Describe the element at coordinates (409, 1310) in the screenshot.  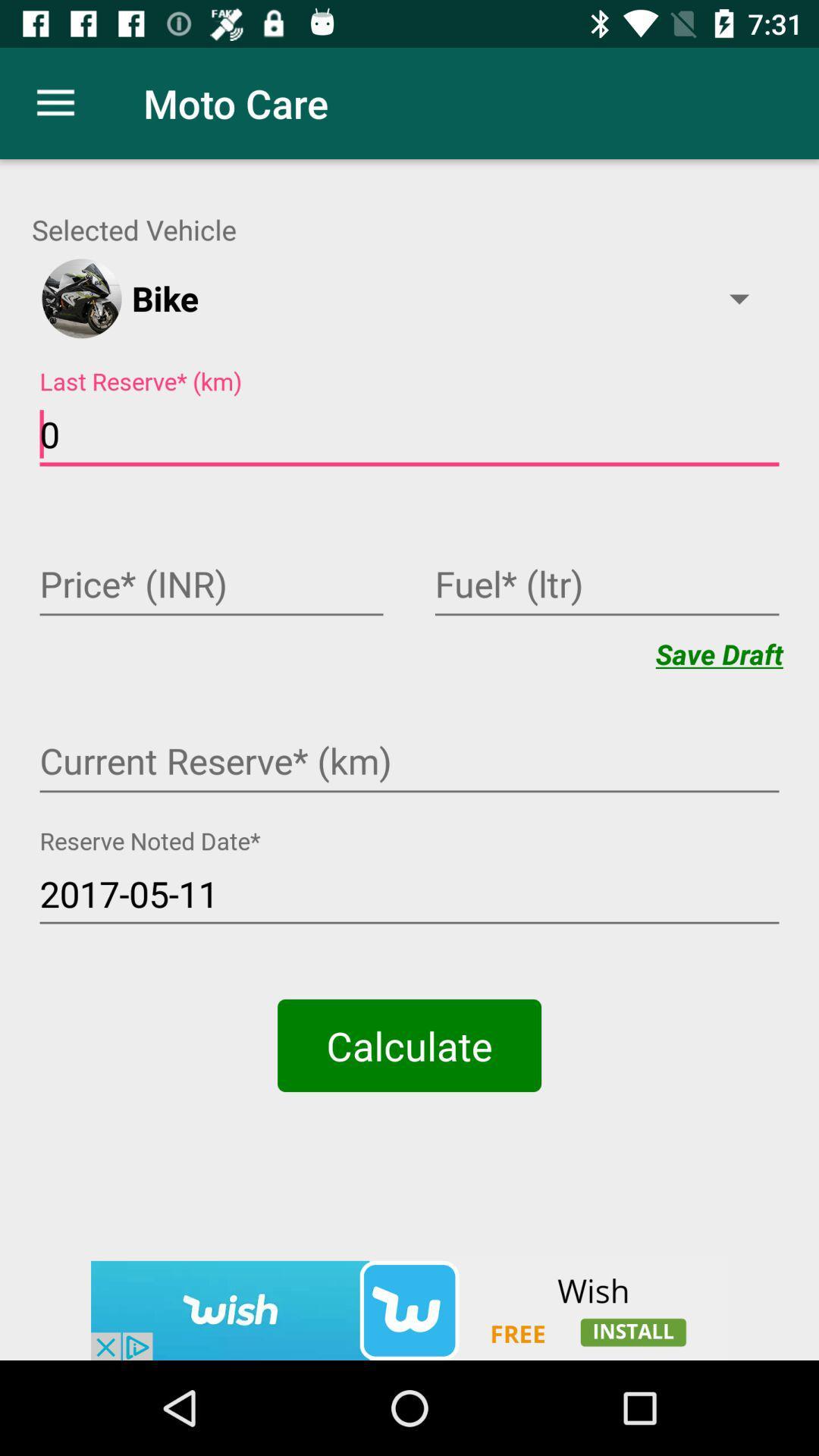
I see `advertisement for wish` at that location.